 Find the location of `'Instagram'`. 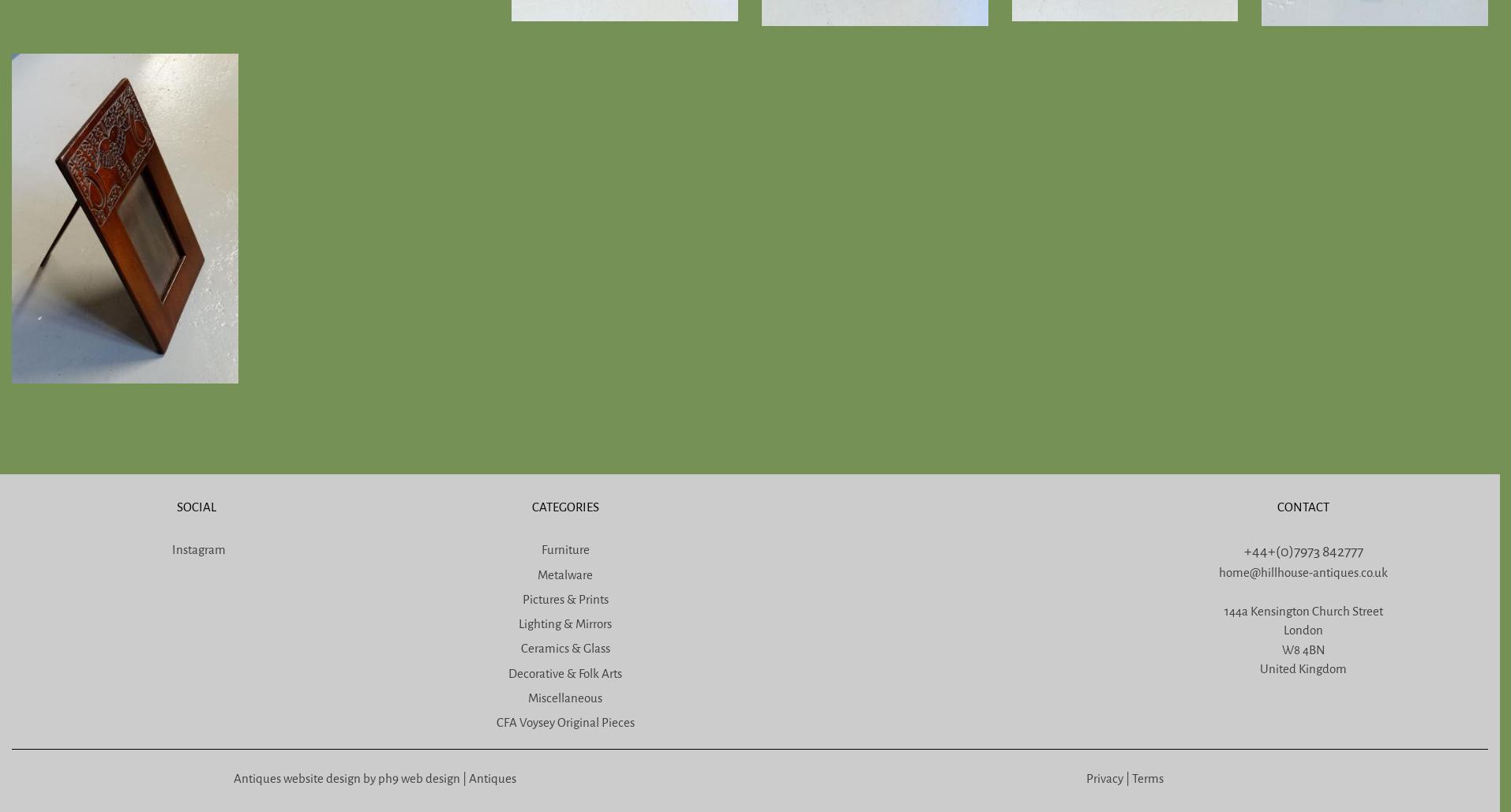

'Instagram' is located at coordinates (195, 549).